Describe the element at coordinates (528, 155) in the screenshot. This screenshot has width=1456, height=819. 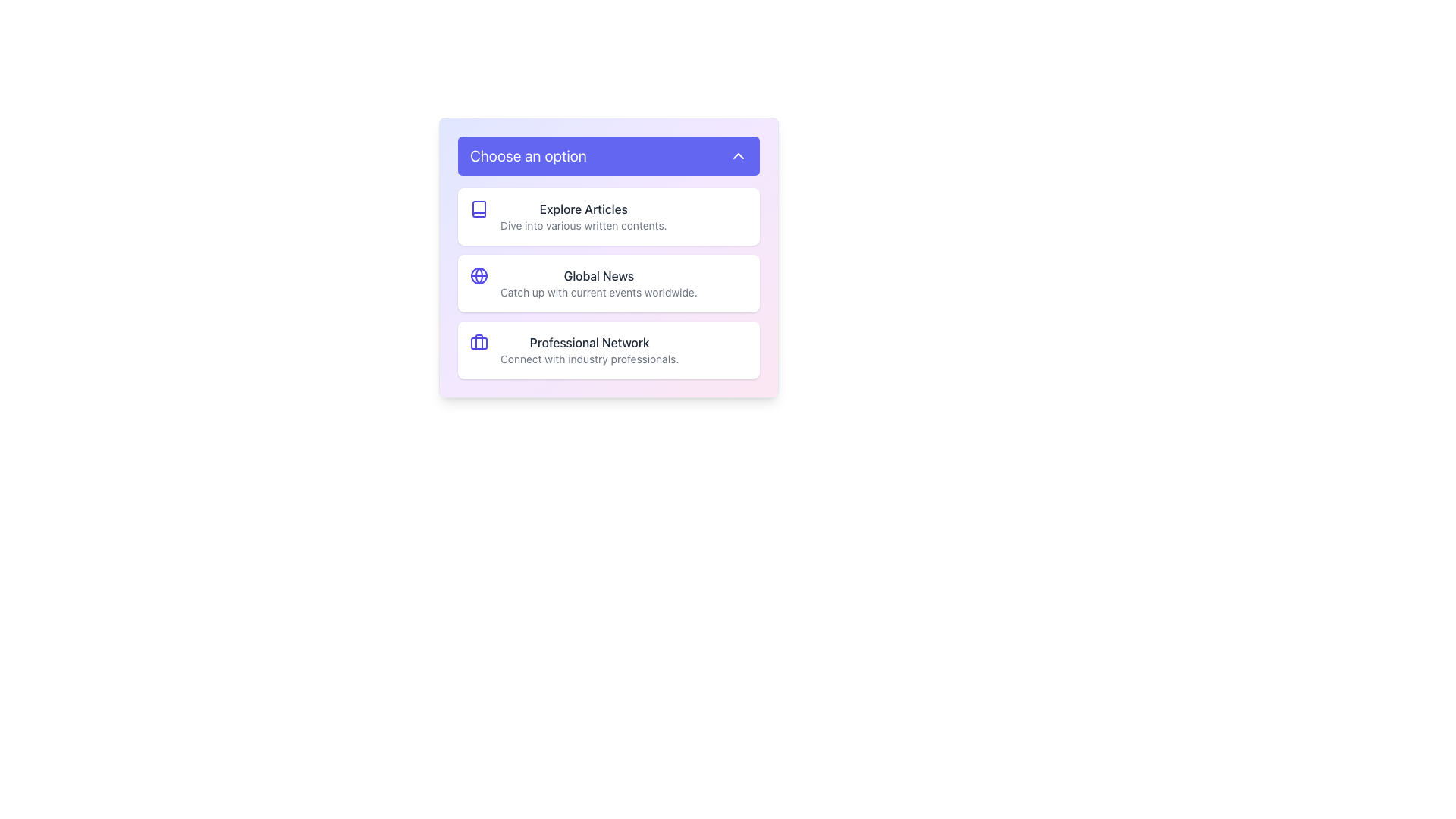
I see `the text label that serves as a header for the dropdown menu, which is centrally positioned within the indigo-colored header section and aligned with a chevron icon` at that location.